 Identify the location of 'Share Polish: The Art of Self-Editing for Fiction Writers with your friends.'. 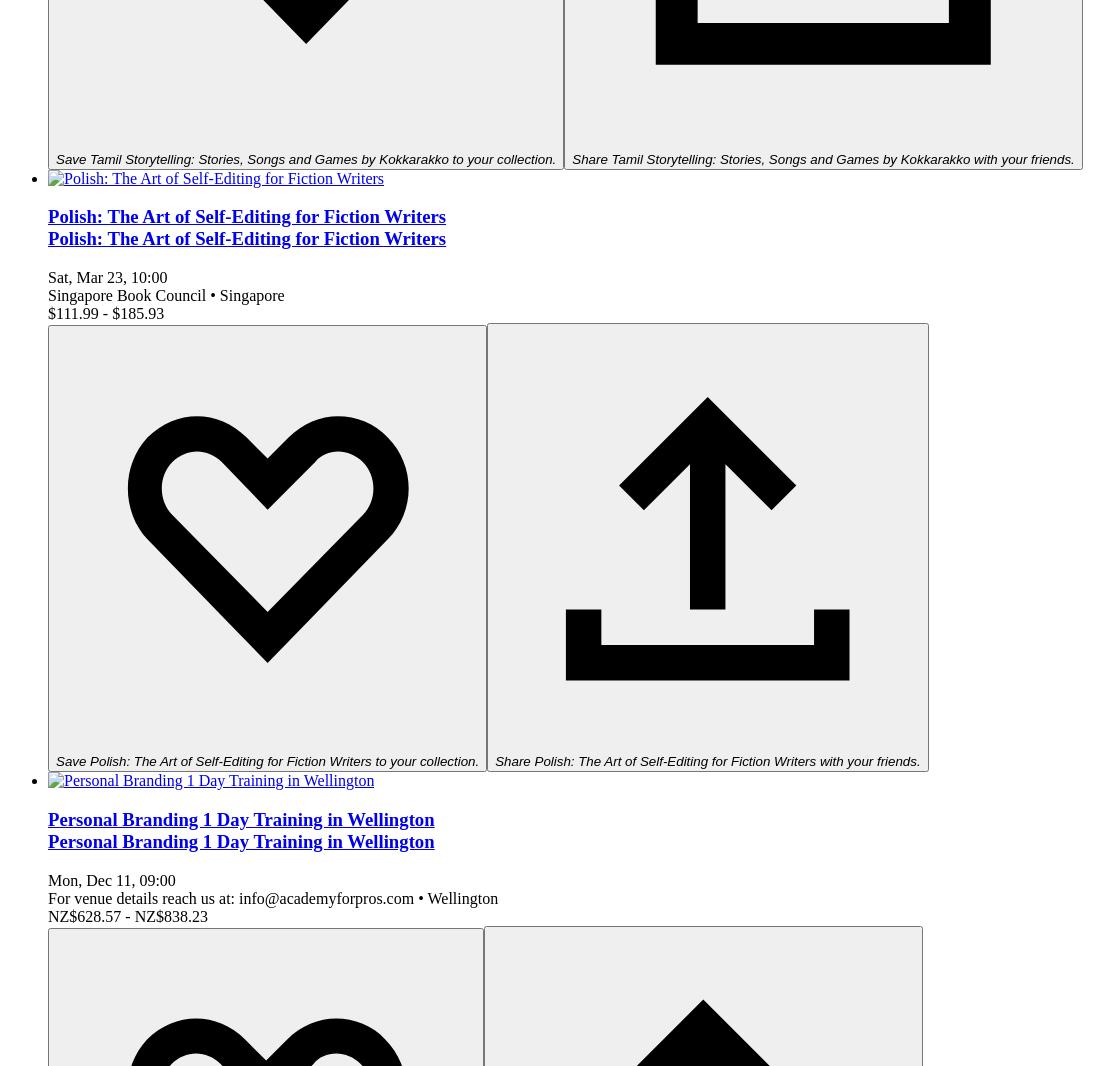
(706, 760).